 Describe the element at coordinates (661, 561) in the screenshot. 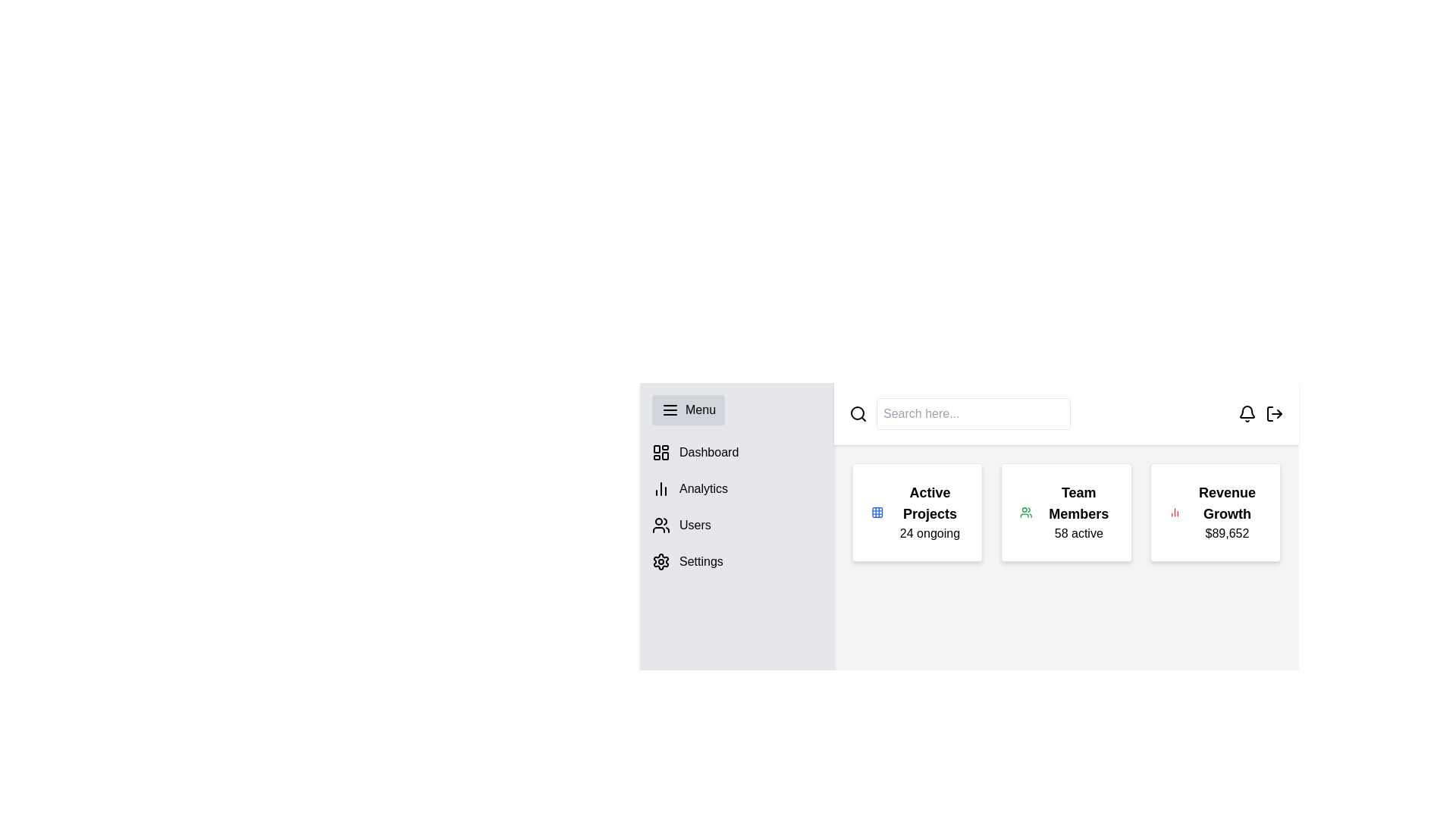

I see `the gear icon representing the 'Settings' option in the sidebar menu, located to the left of the text 'Settings'` at that location.